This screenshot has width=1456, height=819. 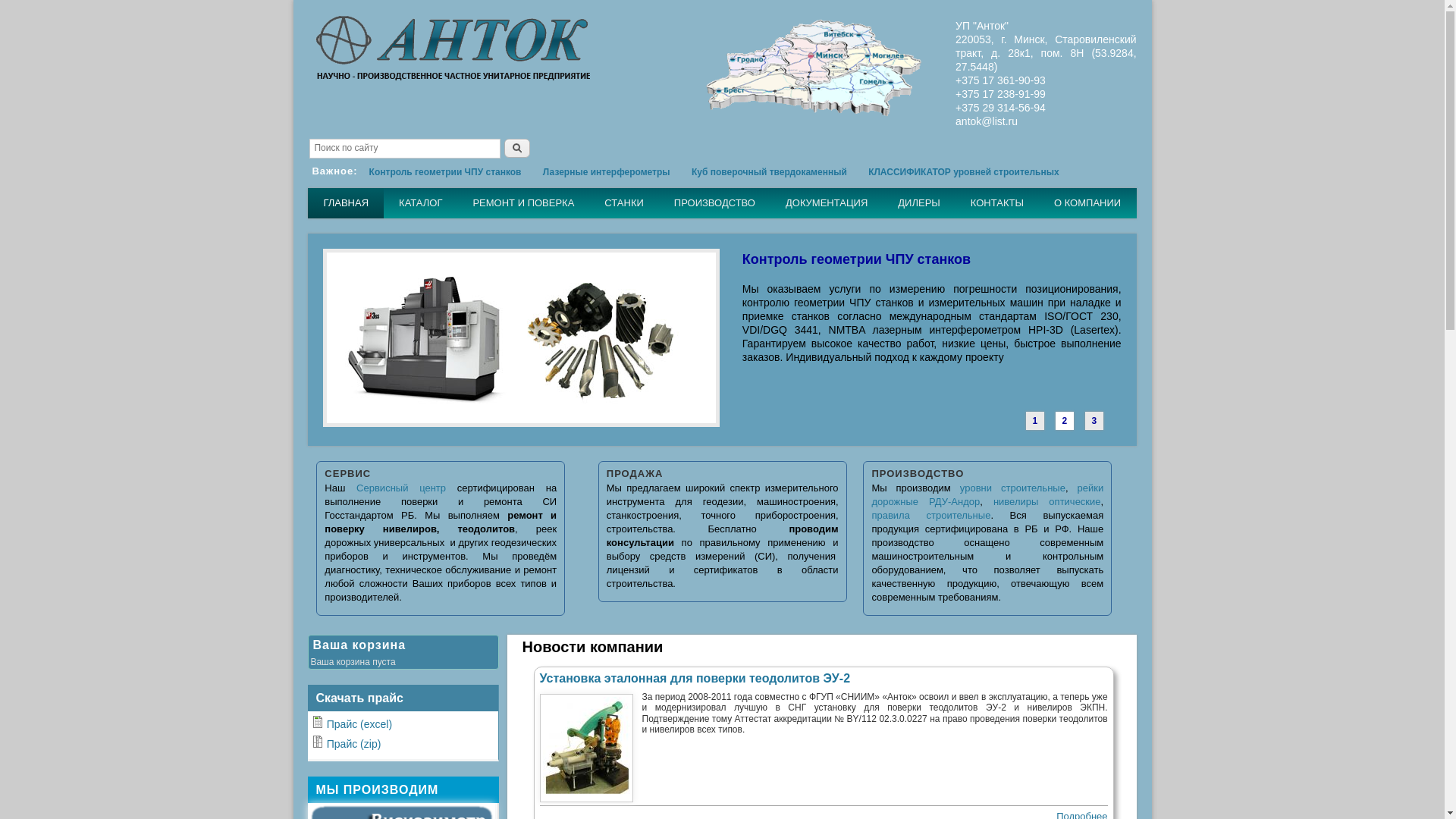 I want to click on 'application/zip', so click(x=311, y=741).